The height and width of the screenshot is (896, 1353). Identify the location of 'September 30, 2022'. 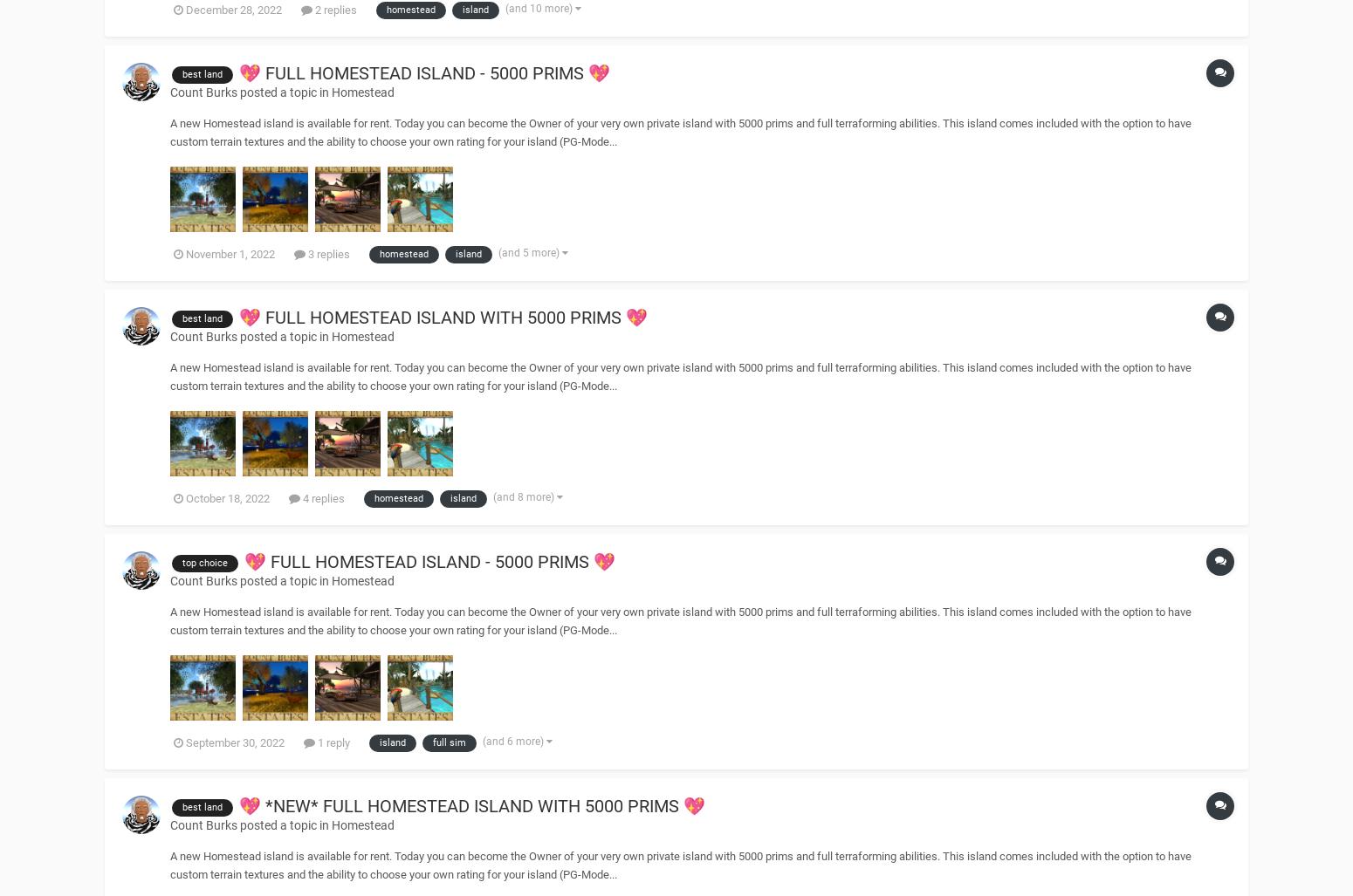
(235, 742).